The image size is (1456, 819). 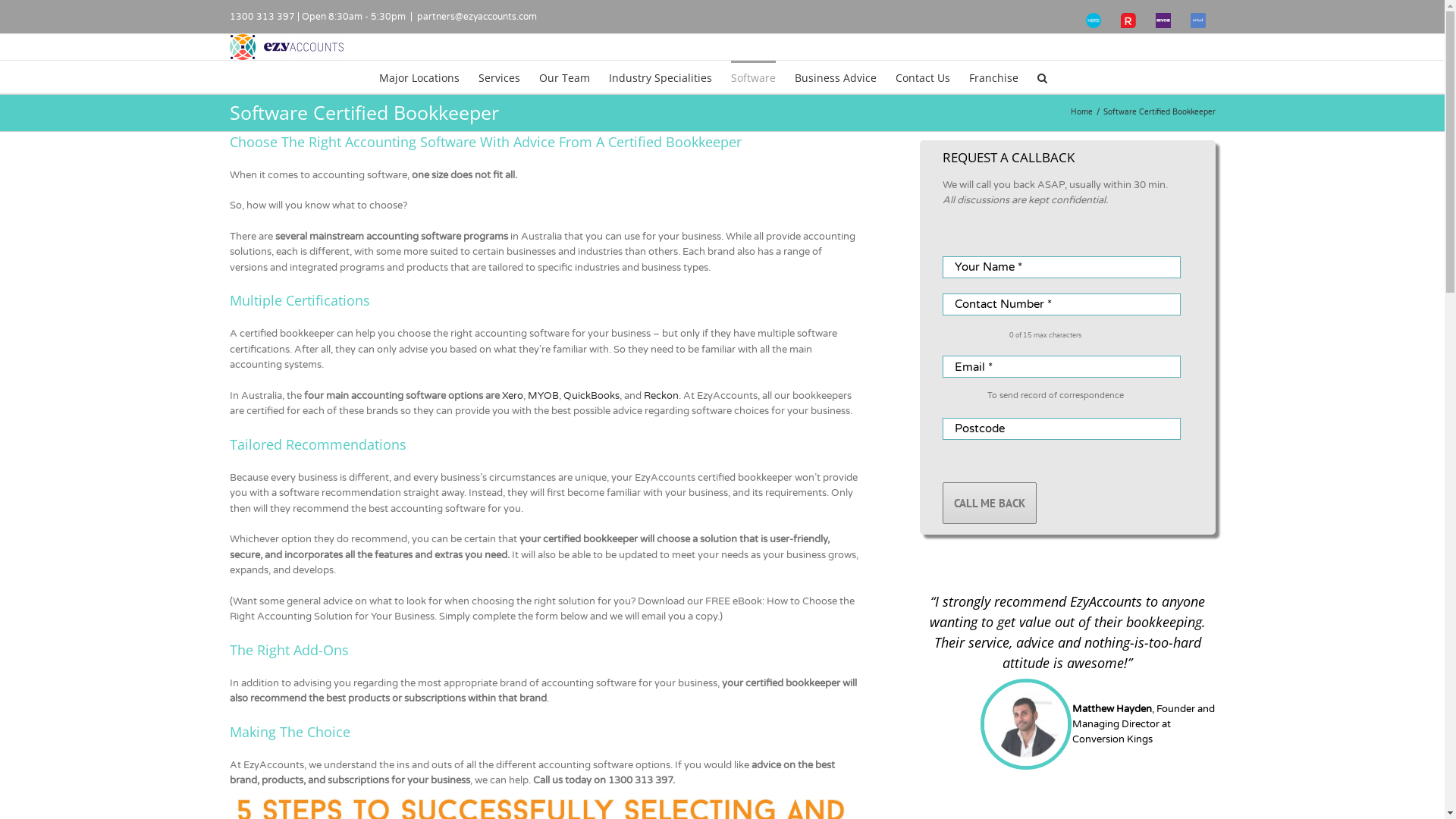 What do you see at coordinates (563, 77) in the screenshot?
I see `'Our Team'` at bounding box center [563, 77].